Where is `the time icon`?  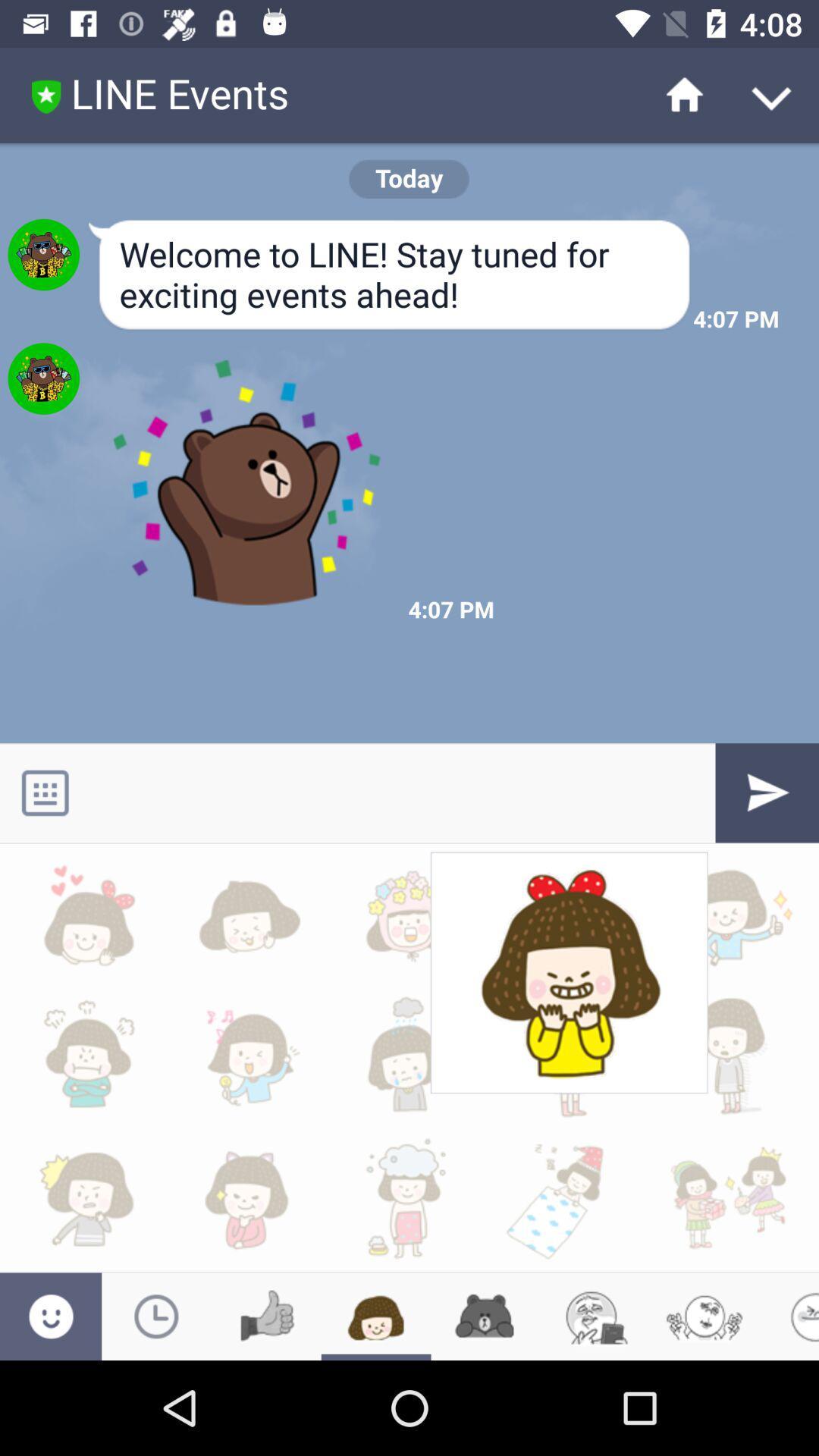 the time icon is located at coordinates (156, 1316).